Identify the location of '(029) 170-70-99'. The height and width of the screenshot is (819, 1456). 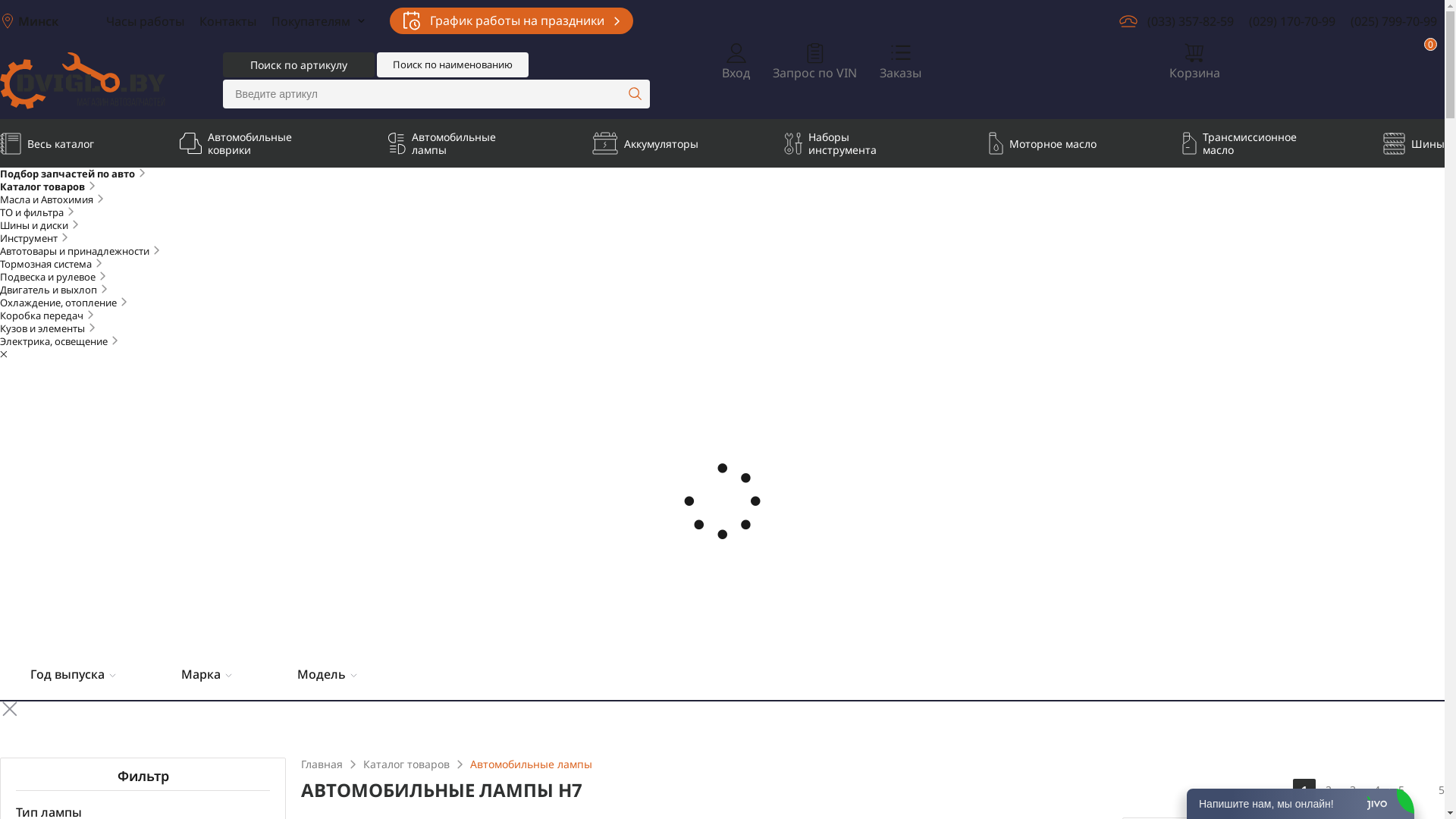
(1291, 20).